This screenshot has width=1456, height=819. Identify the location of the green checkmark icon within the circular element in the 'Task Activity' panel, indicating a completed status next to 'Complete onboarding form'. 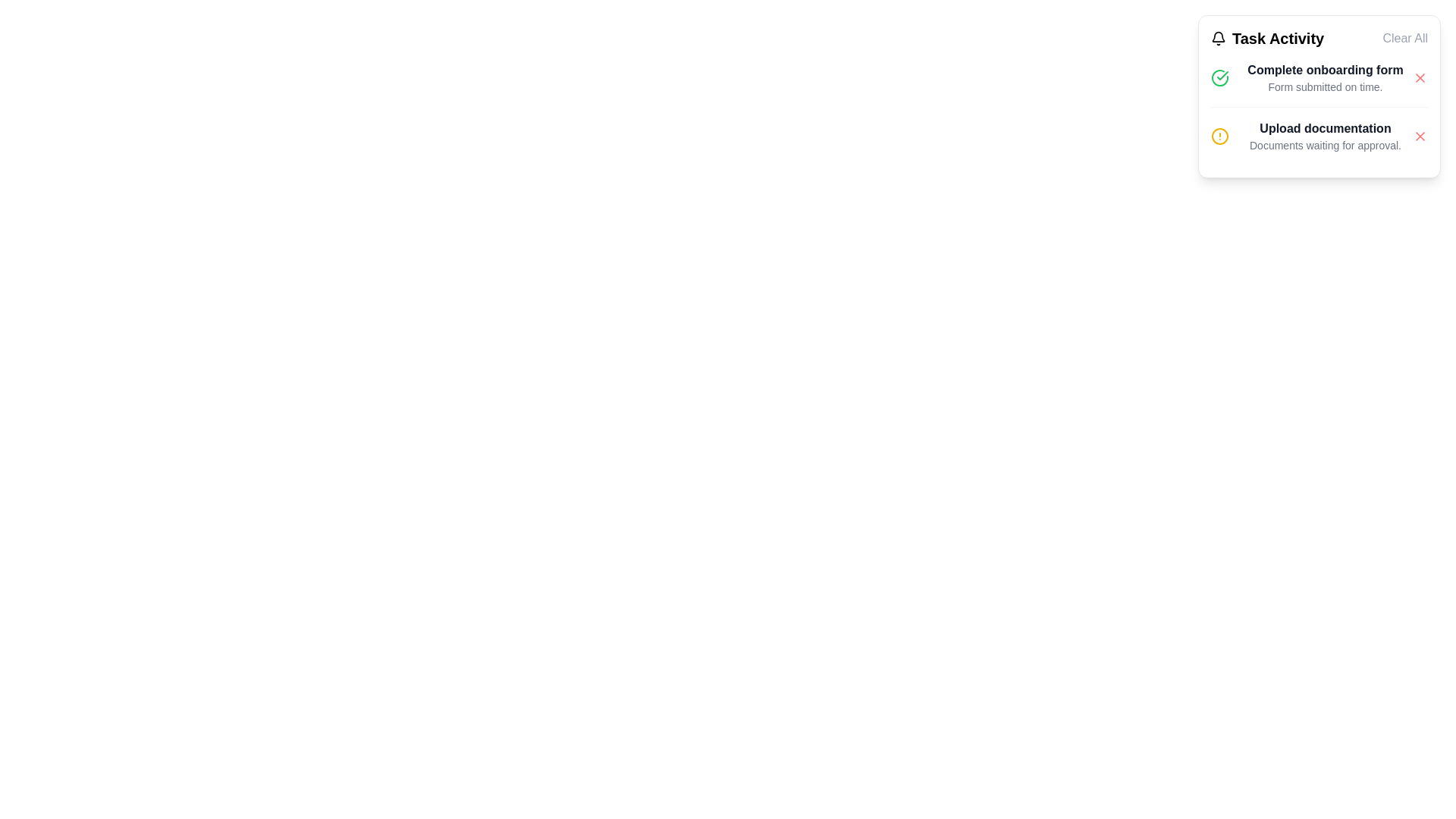
(1222, 76).